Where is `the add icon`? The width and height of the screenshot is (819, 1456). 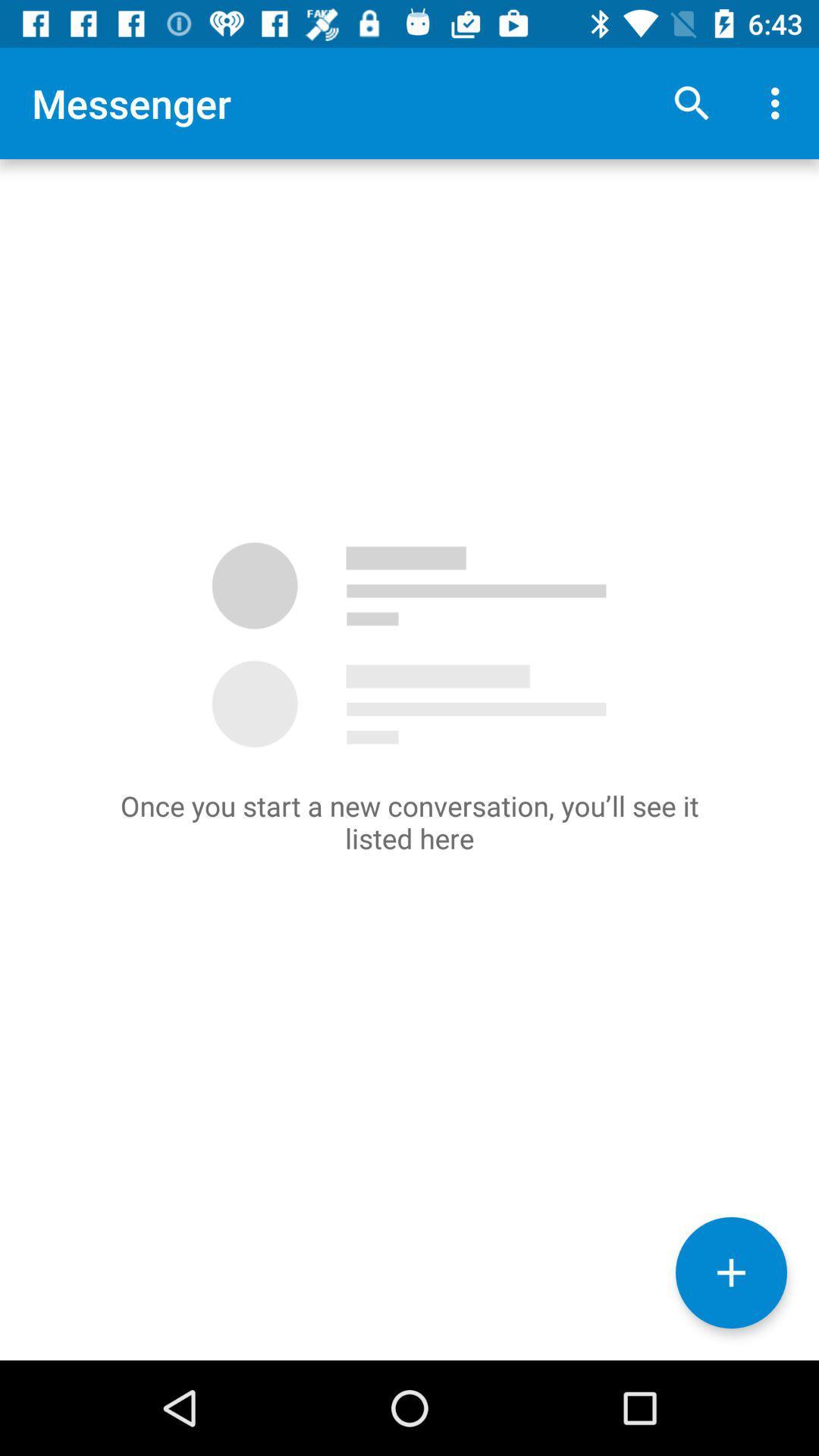 the add icon is located at coordinates (730, 1272).